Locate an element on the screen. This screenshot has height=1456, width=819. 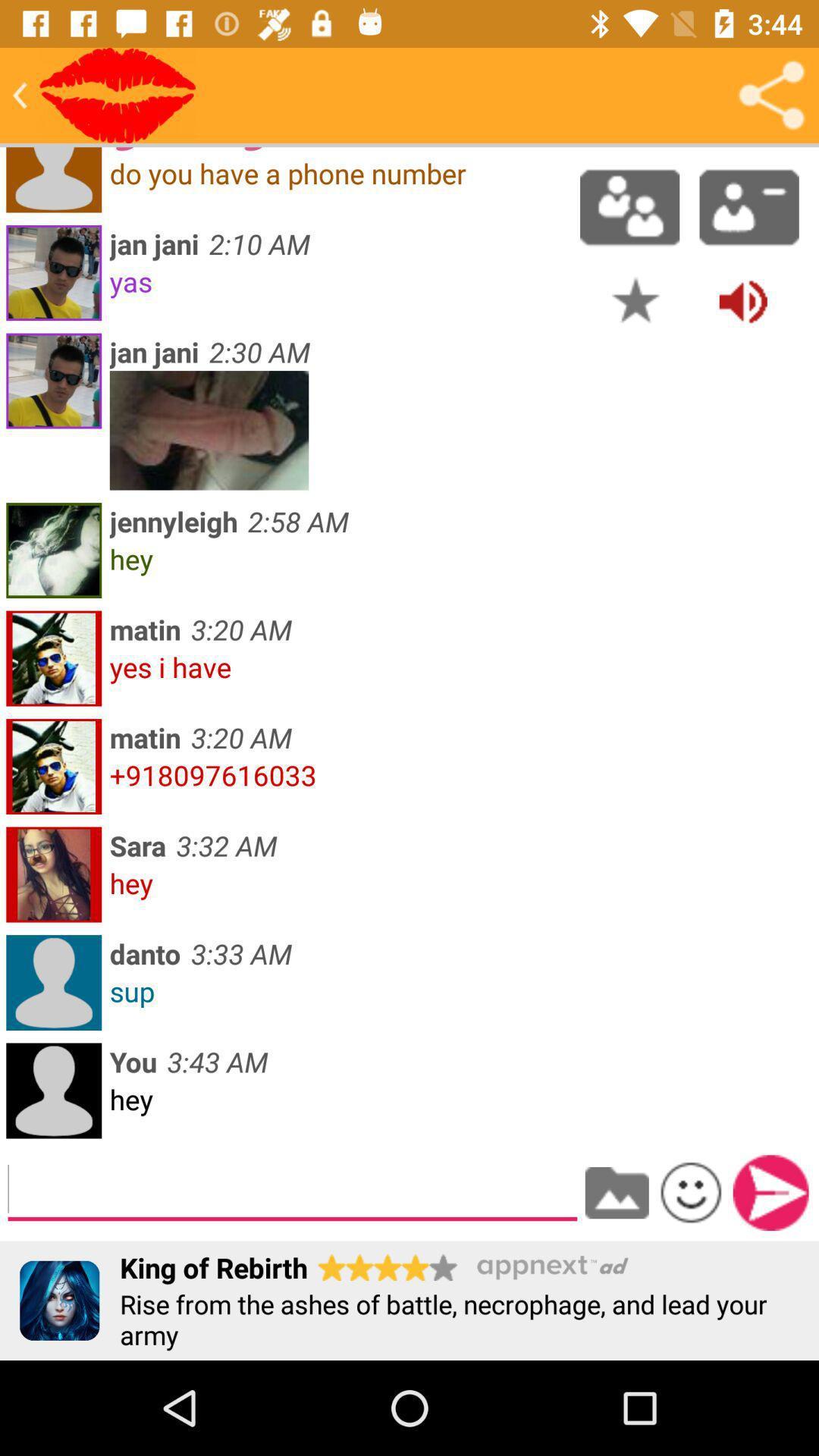
fullsize photo is located at coordinates (209, 429).